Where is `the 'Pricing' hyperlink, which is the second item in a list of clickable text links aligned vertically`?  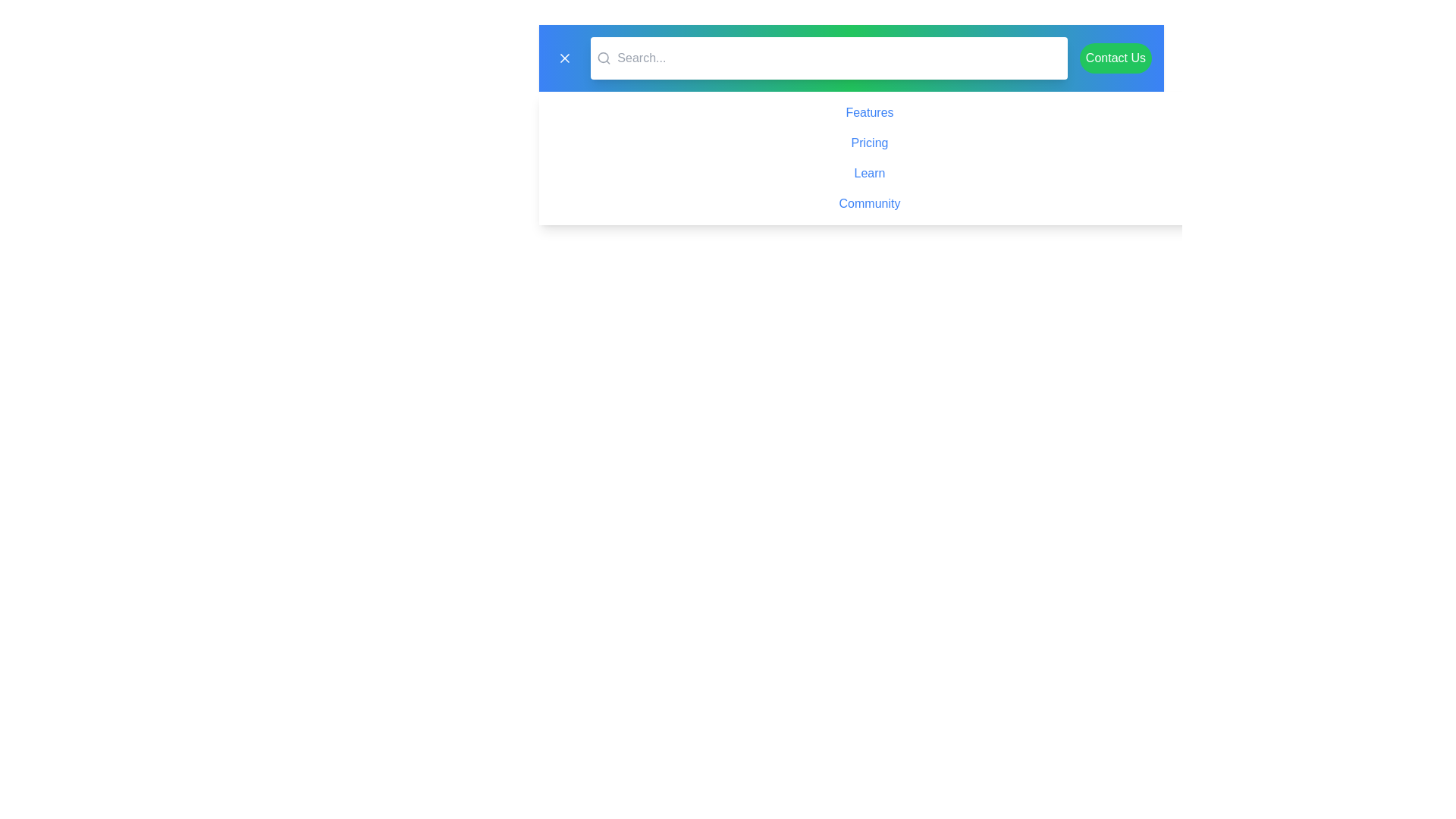
the 'Pricing' hyperlink, which is the second item in a list of clickable text links aligned vertically is located at coordinates (870, 143).